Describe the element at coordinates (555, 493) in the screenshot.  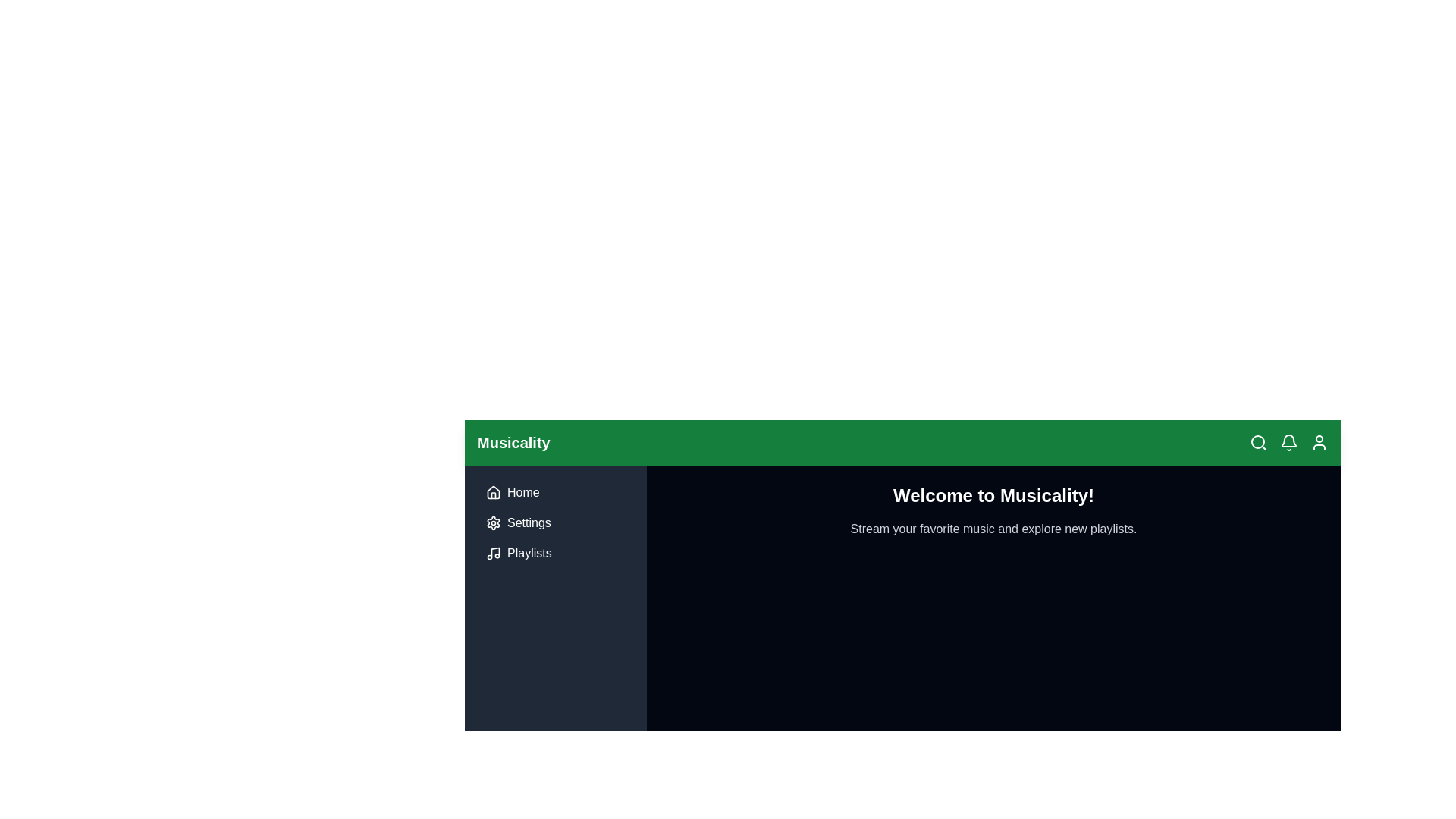
I see `the navigation button located at the top of the sidebar menu` at that location.